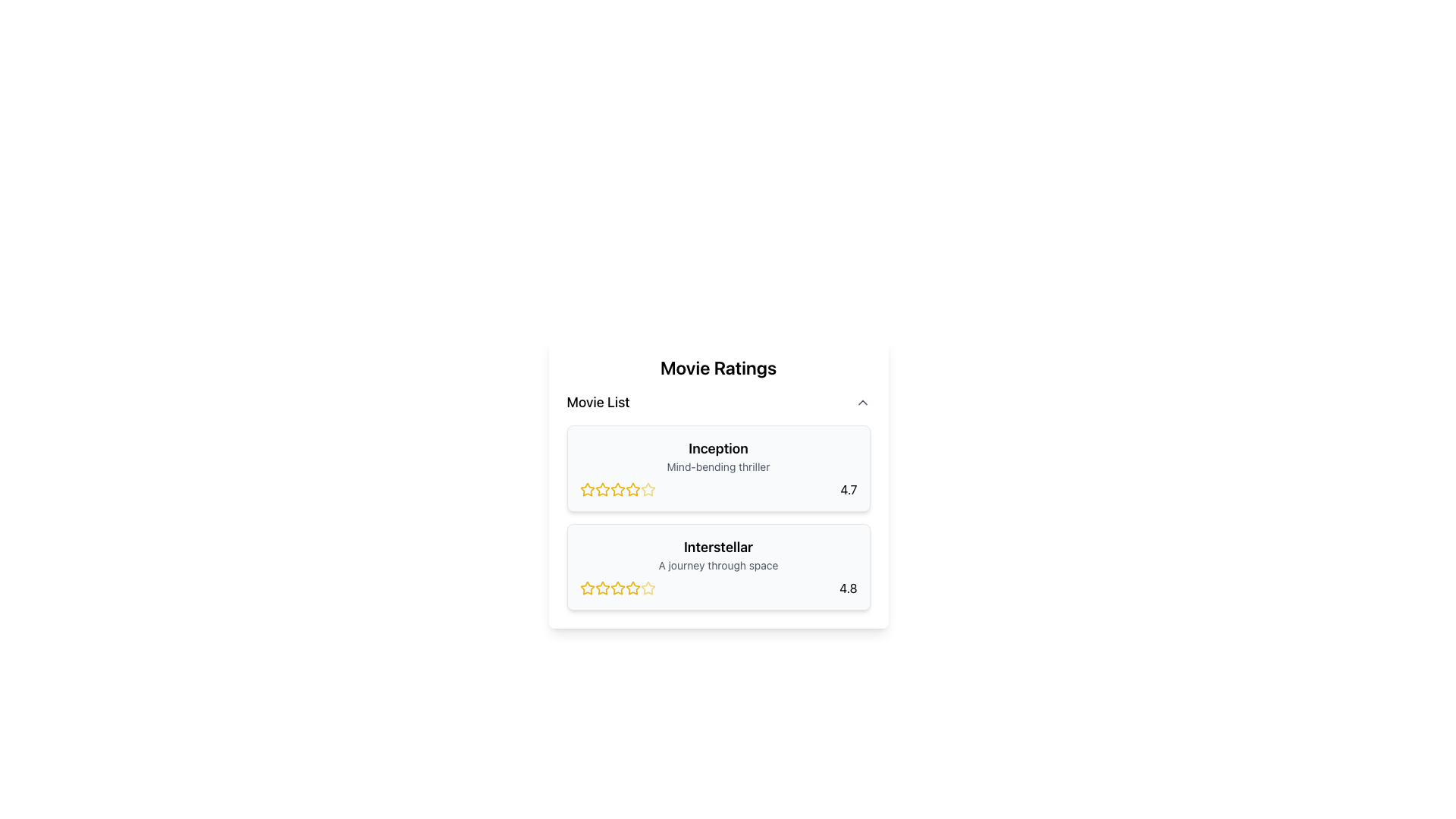 This screenshot has width=1456, height=819. Describe the element at coordinates (617, 489) in the screenshot. I see `the fourth rating star icon in the 5-star rating system for the movie 'Inception' located in the first card of the movie list section` at that location.